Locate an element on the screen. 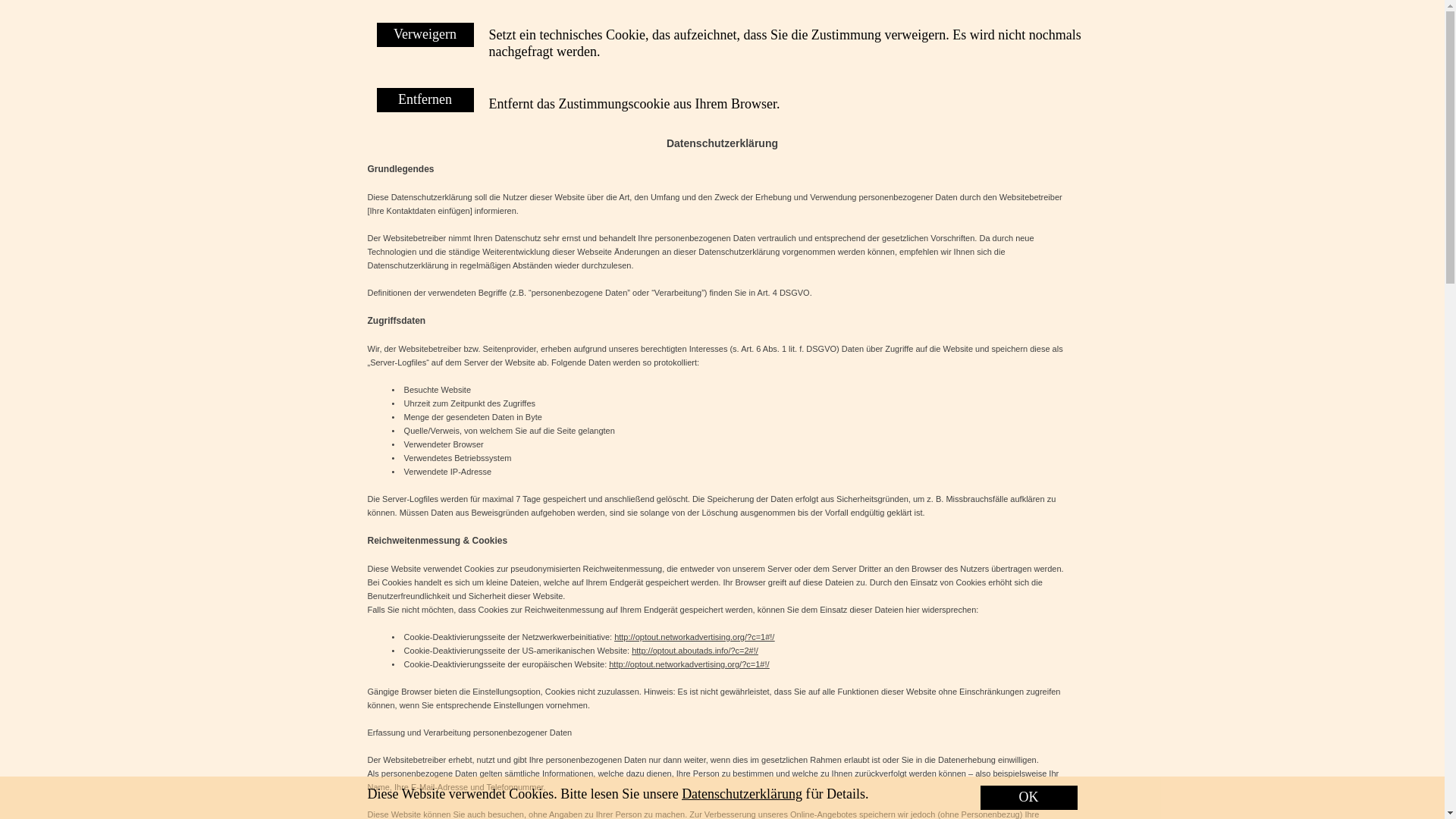 The height and width of the screenshot is (819, 1456). 'http://optout.networkadvertising.org/?c=1#!/' is located at coordinates (693, 637).